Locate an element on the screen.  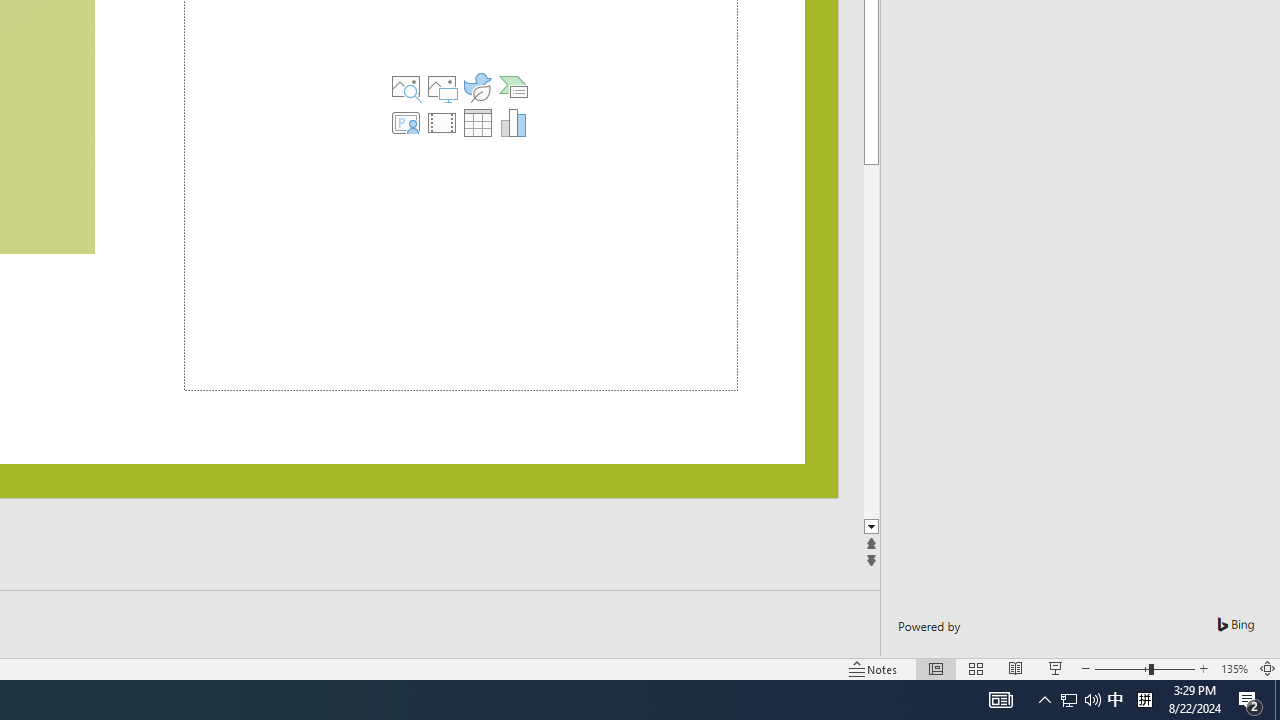
'Stock Images' is located at coordinates (405, 86).